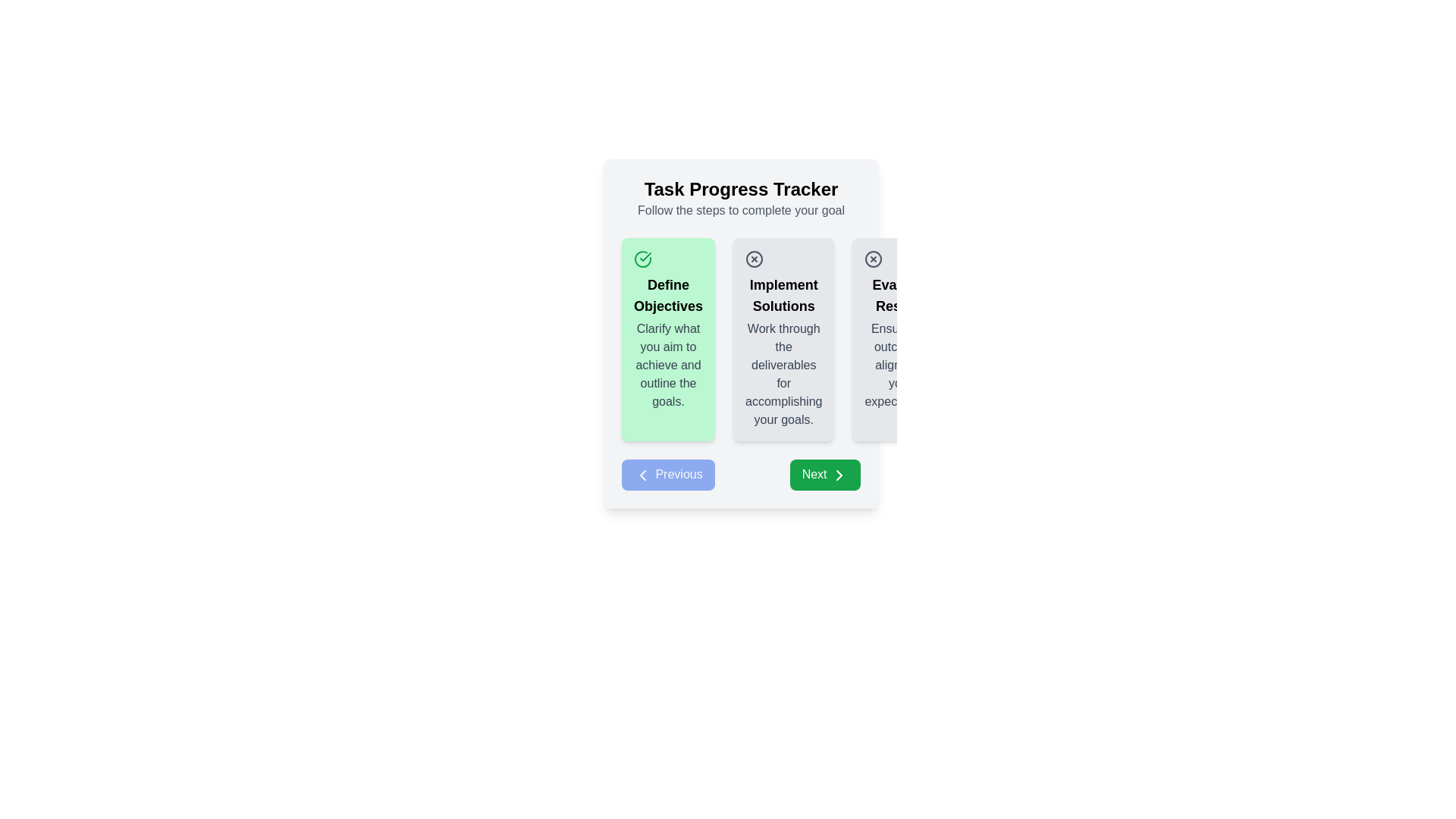  What do you see at coordinates (645, 256) in the screenshot?
I see `the check mark icon located near the upper-left corner of the 'Define Objectives' card in the task progress tracker interface, which signifies completion of the task` at bounding box center [645, 256].